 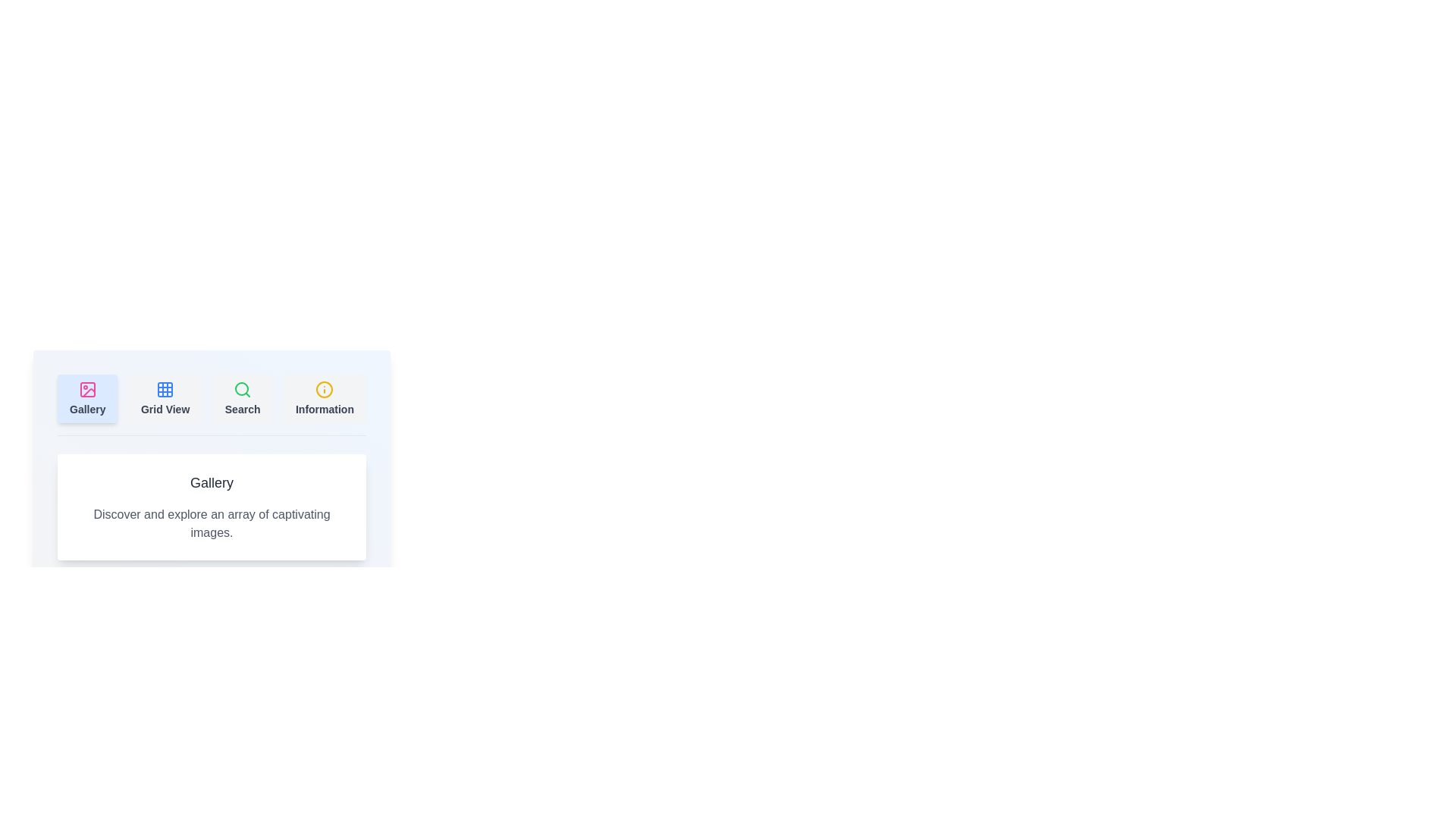 I want to click on the tab labeled Grid View by clicking on its button, so click(x=165, y=397).